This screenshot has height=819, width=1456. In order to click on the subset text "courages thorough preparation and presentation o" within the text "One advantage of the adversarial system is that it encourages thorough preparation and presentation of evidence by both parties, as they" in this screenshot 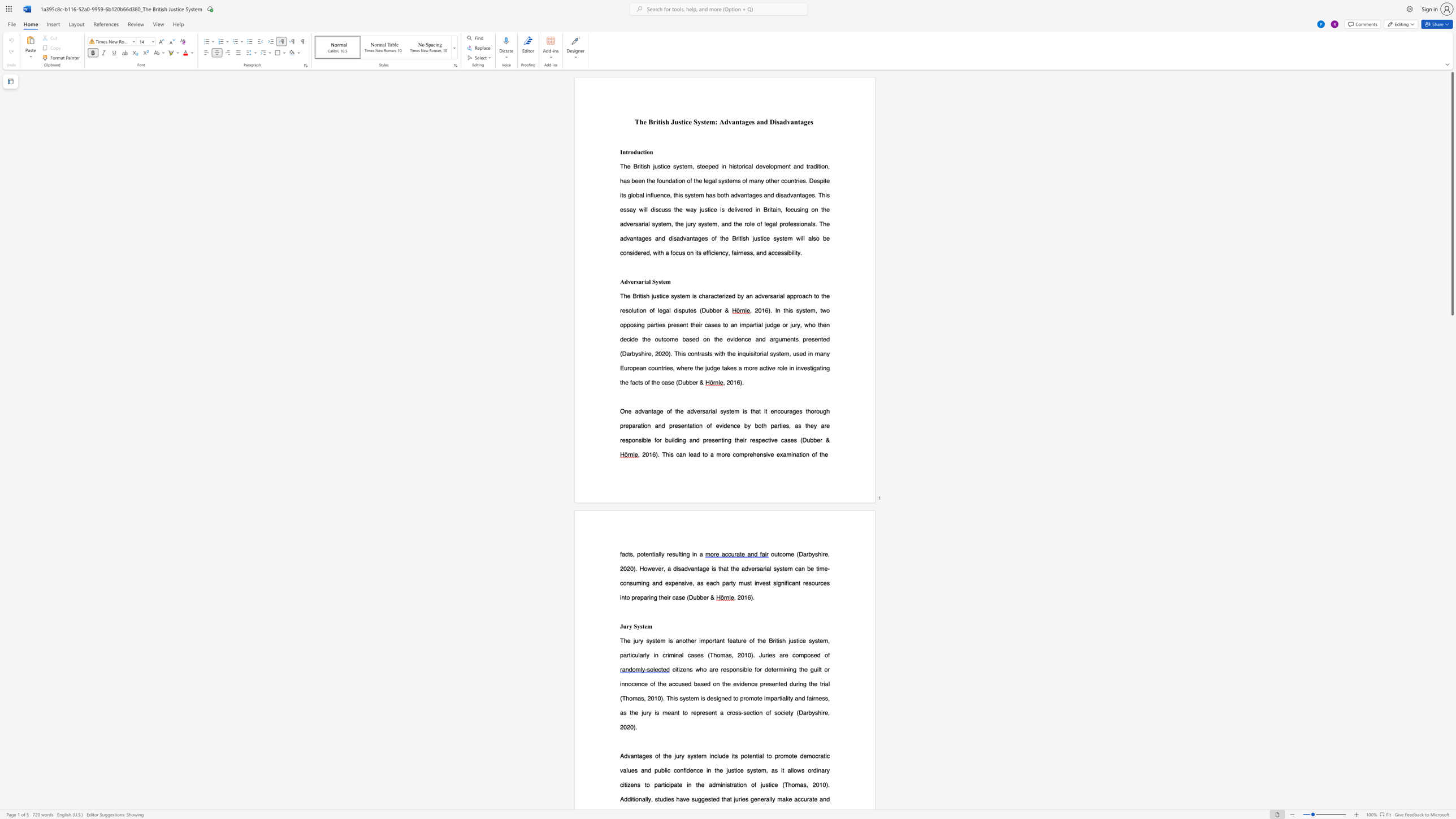, I will do `click(777, 410)`.